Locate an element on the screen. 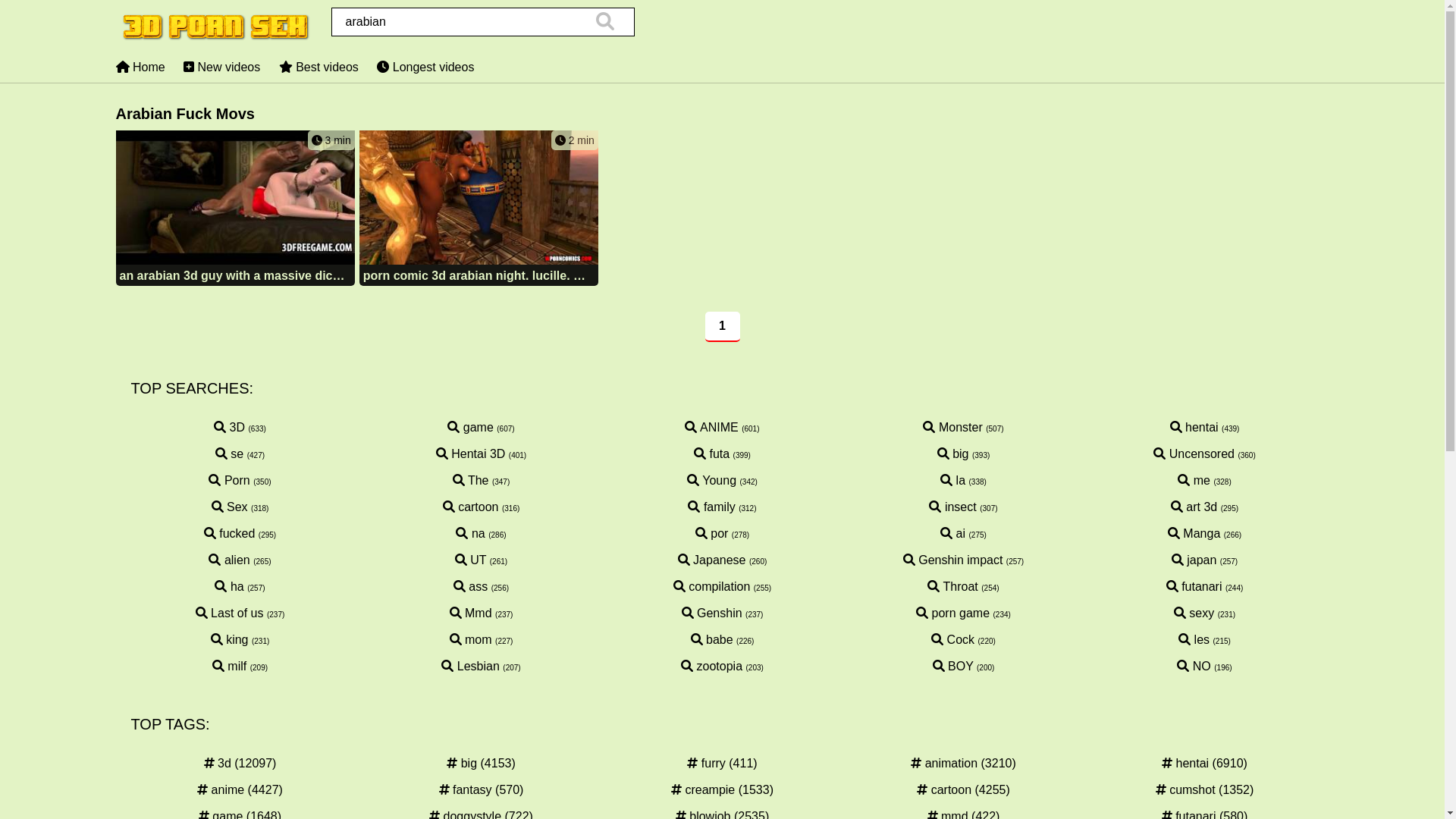 This screenshot has height=819, width=1456. 'Mmd' is located at coordinates (469, 612).